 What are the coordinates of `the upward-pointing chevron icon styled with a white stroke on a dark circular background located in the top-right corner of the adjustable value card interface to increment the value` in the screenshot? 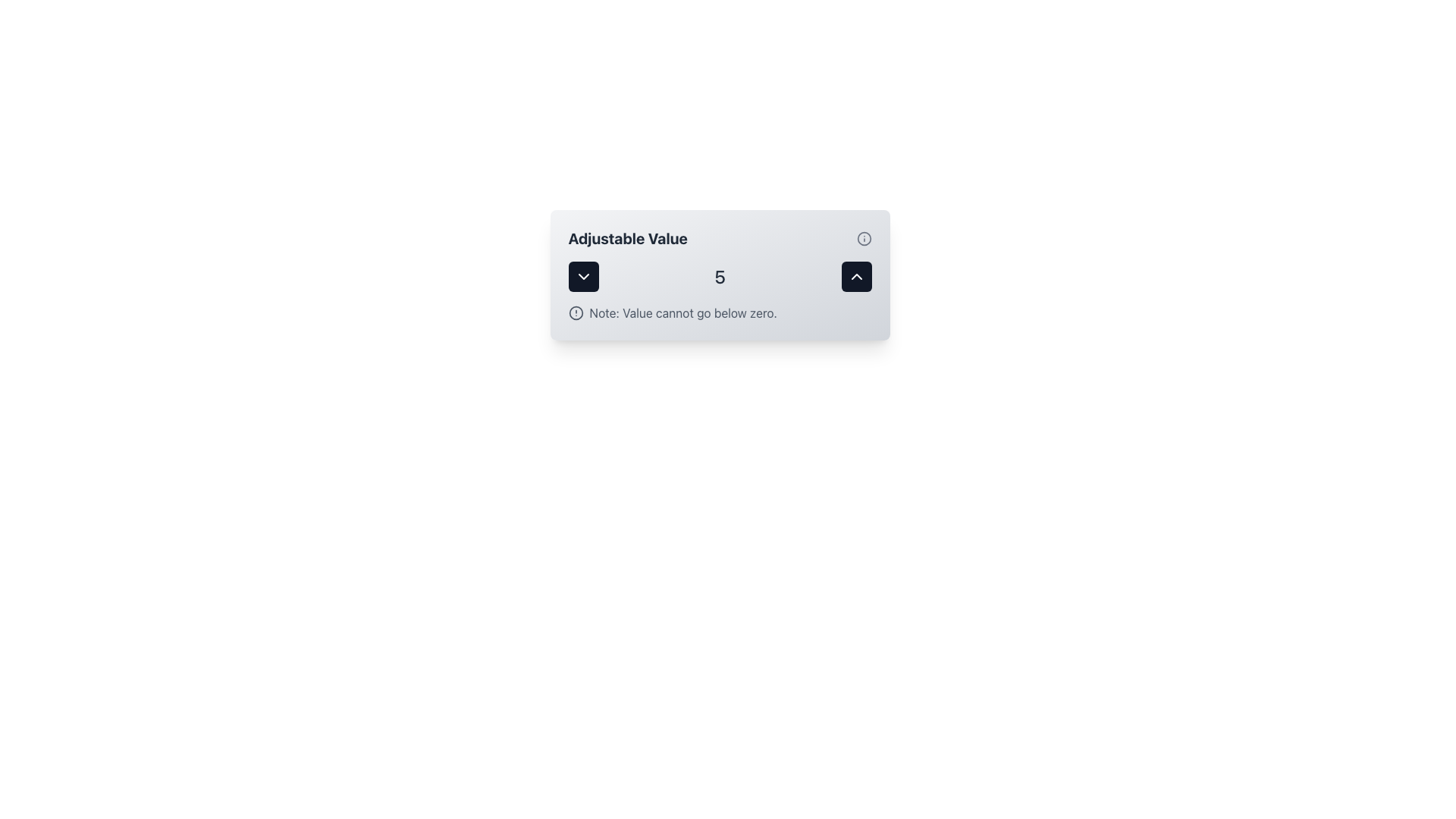 It's located at (856, 277).